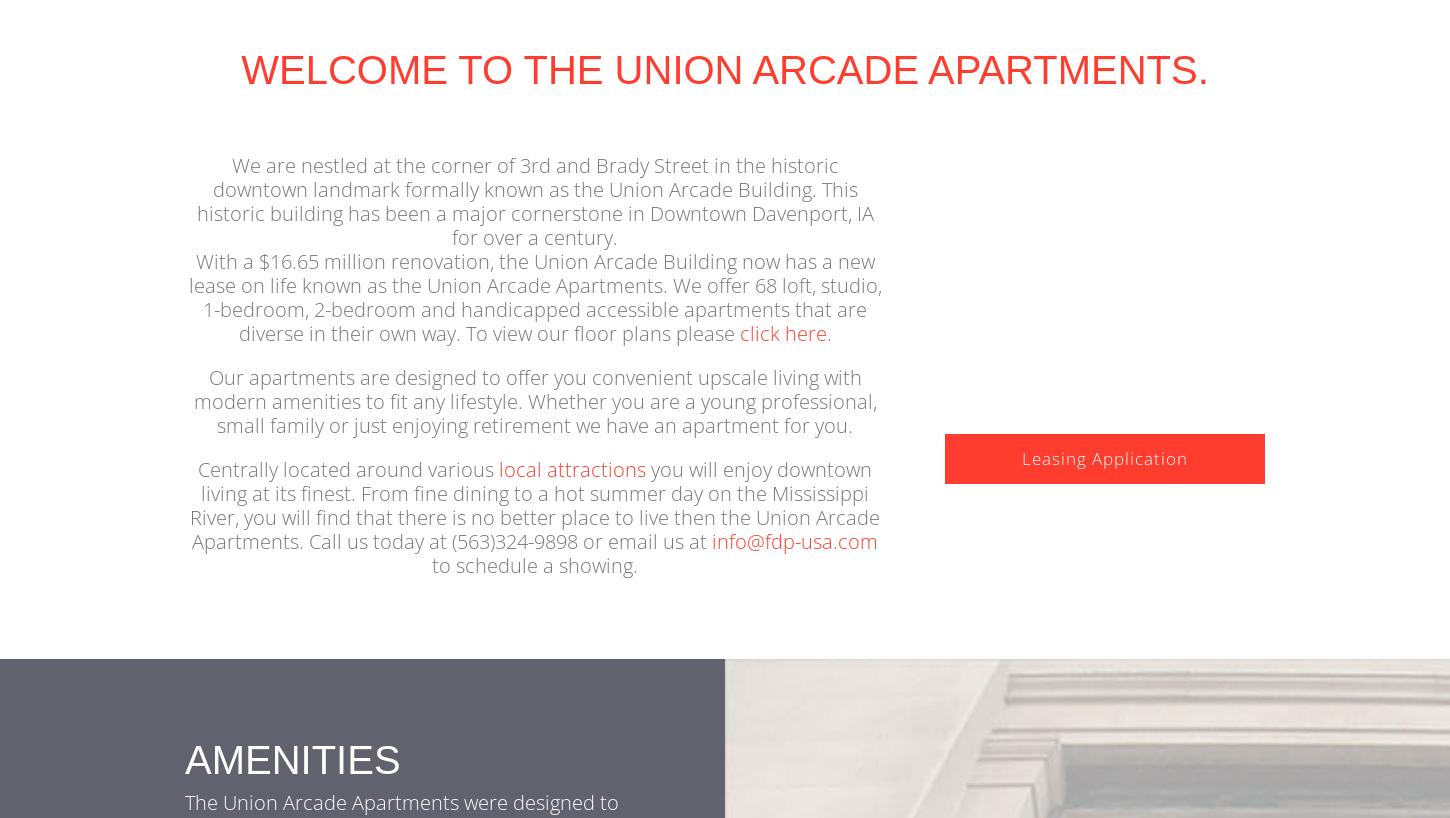 The image size is (1450, 818). I want to click on 'With a $16.65 million renovation, the Union Arcade Building now has a new lease on life known as the Union Arcade Apartments. We offer 68 loft, studio, 1-bedroom, 2-bedroom and handicapped accessible apartments that are diverse in their own way. To view our floor plans please', so click(534, 326).